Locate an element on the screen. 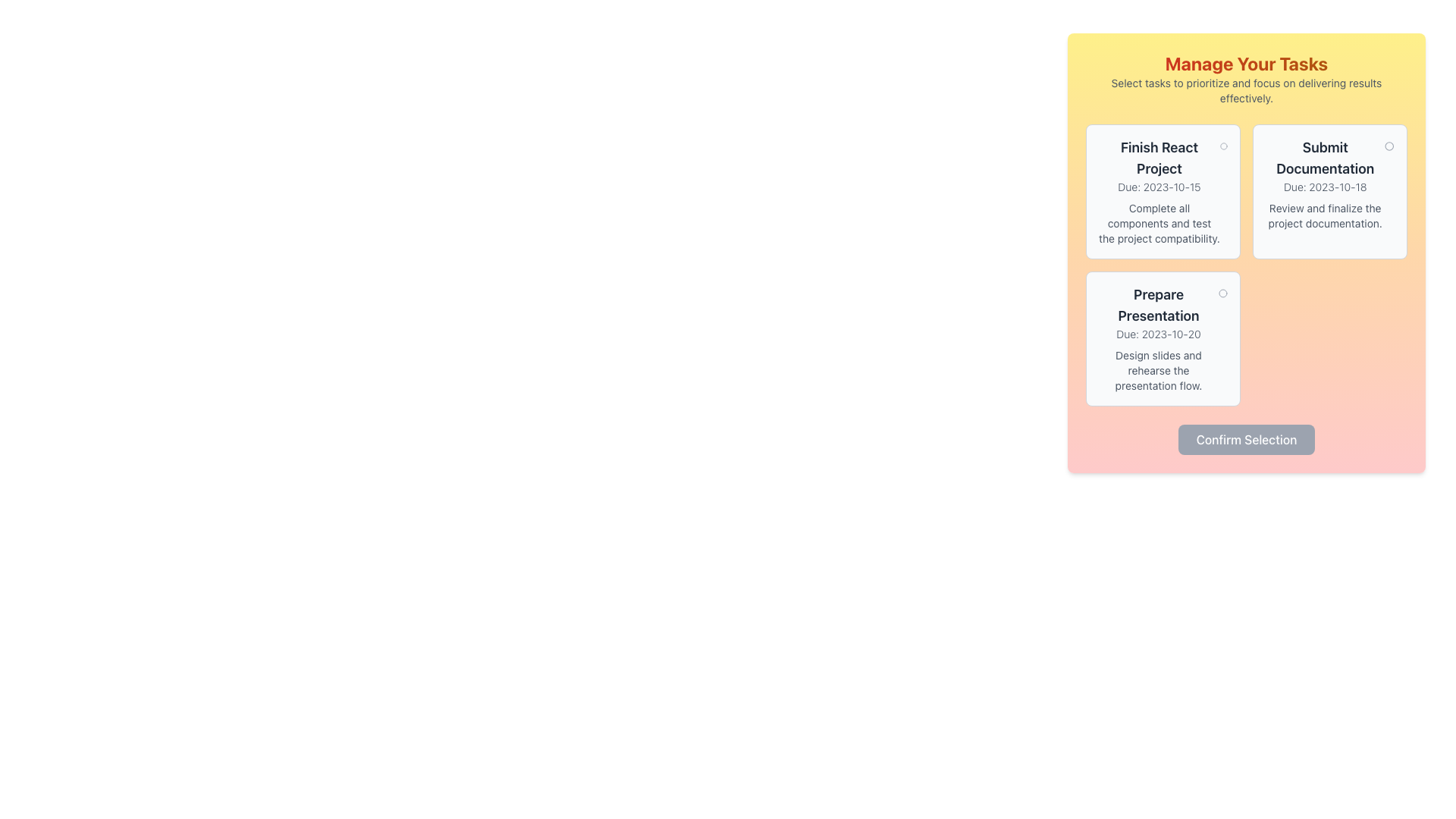 The width and height of the screenshot is (1456, 819). the title Text Block located in the top row, second column of the task selection interface to highlight the associated task is located at coordinates (1324, 158).